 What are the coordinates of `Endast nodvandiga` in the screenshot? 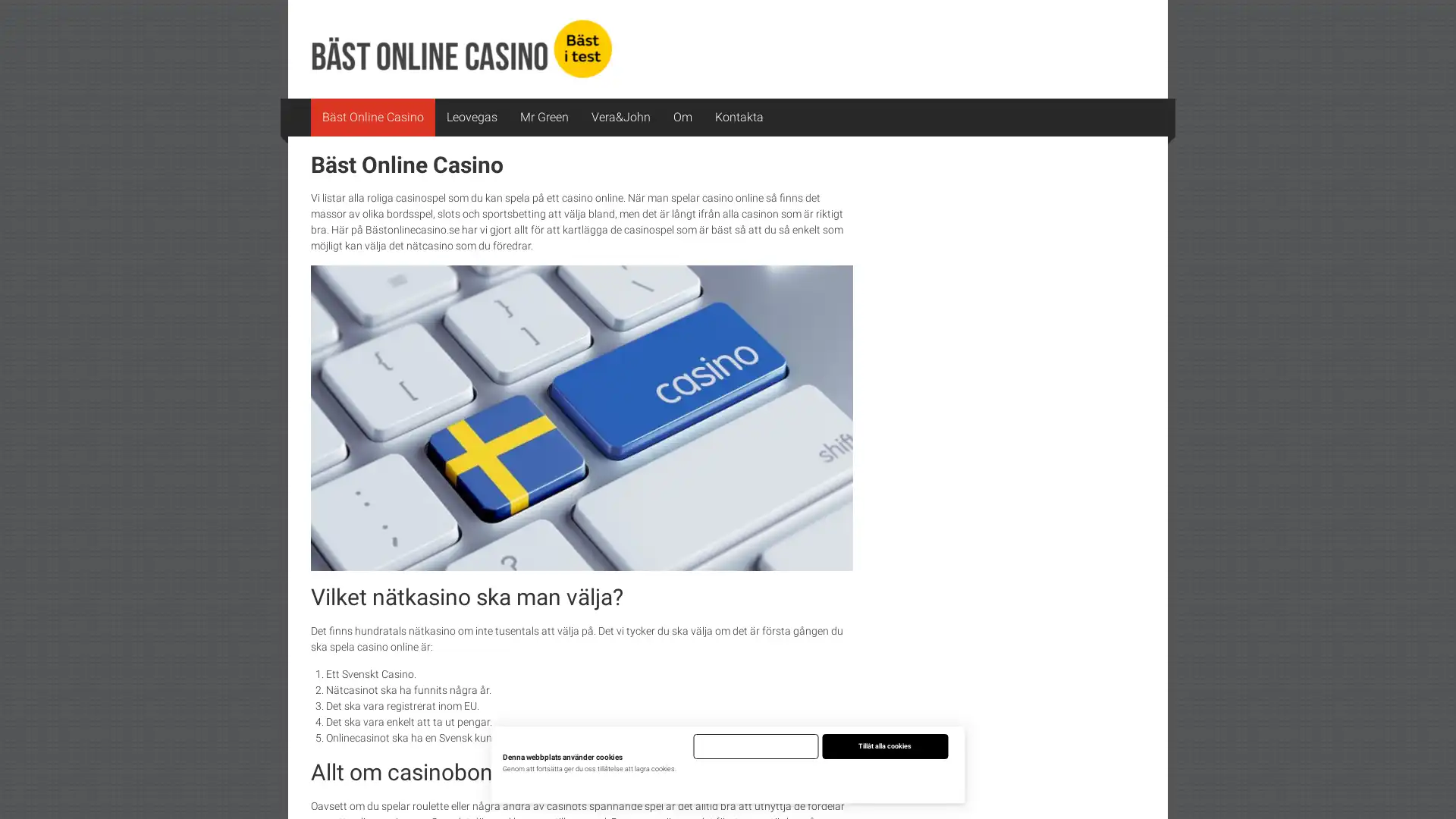 It's located at (755, 745).